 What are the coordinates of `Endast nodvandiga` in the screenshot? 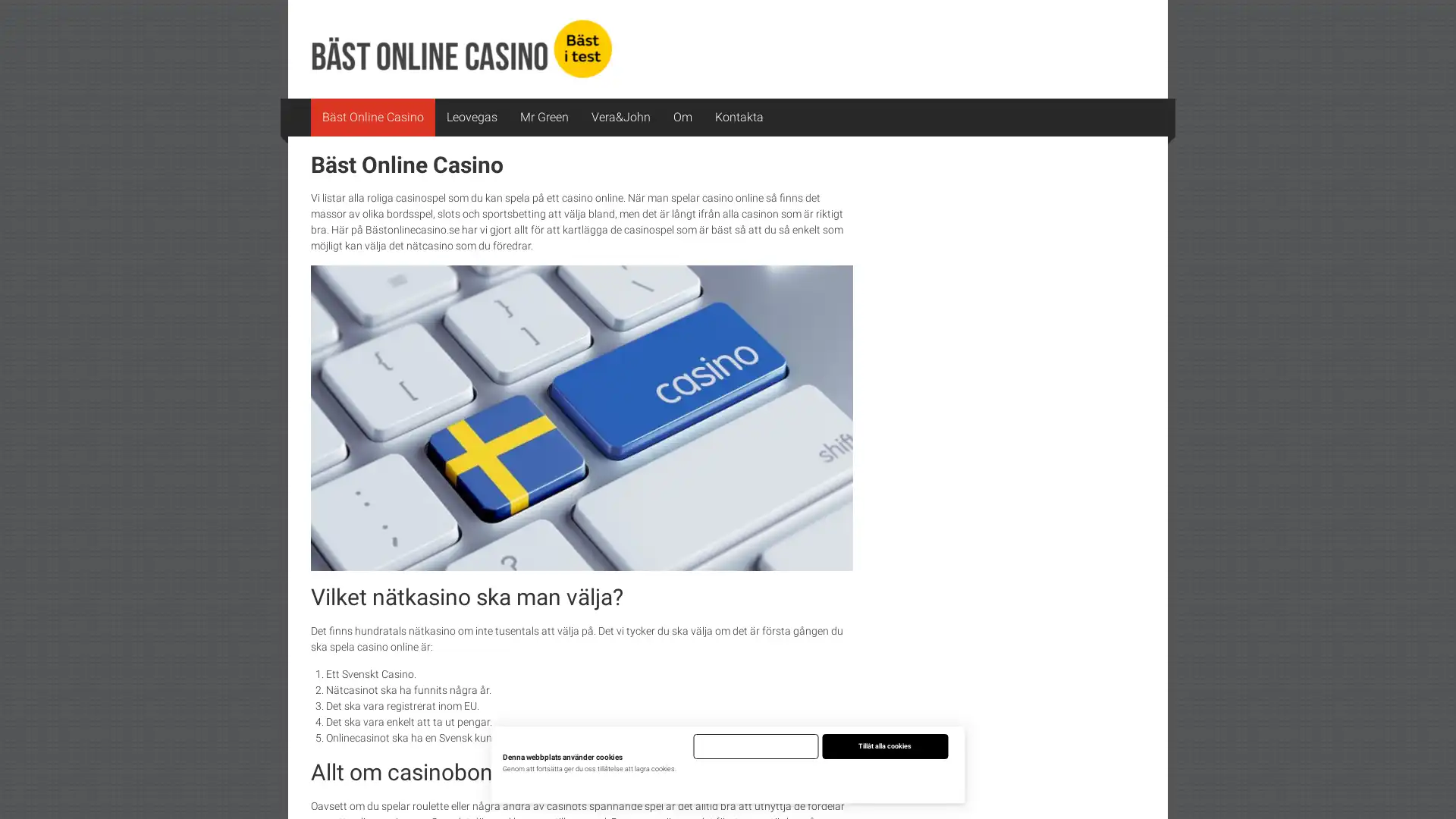 It's located at (755, 745).